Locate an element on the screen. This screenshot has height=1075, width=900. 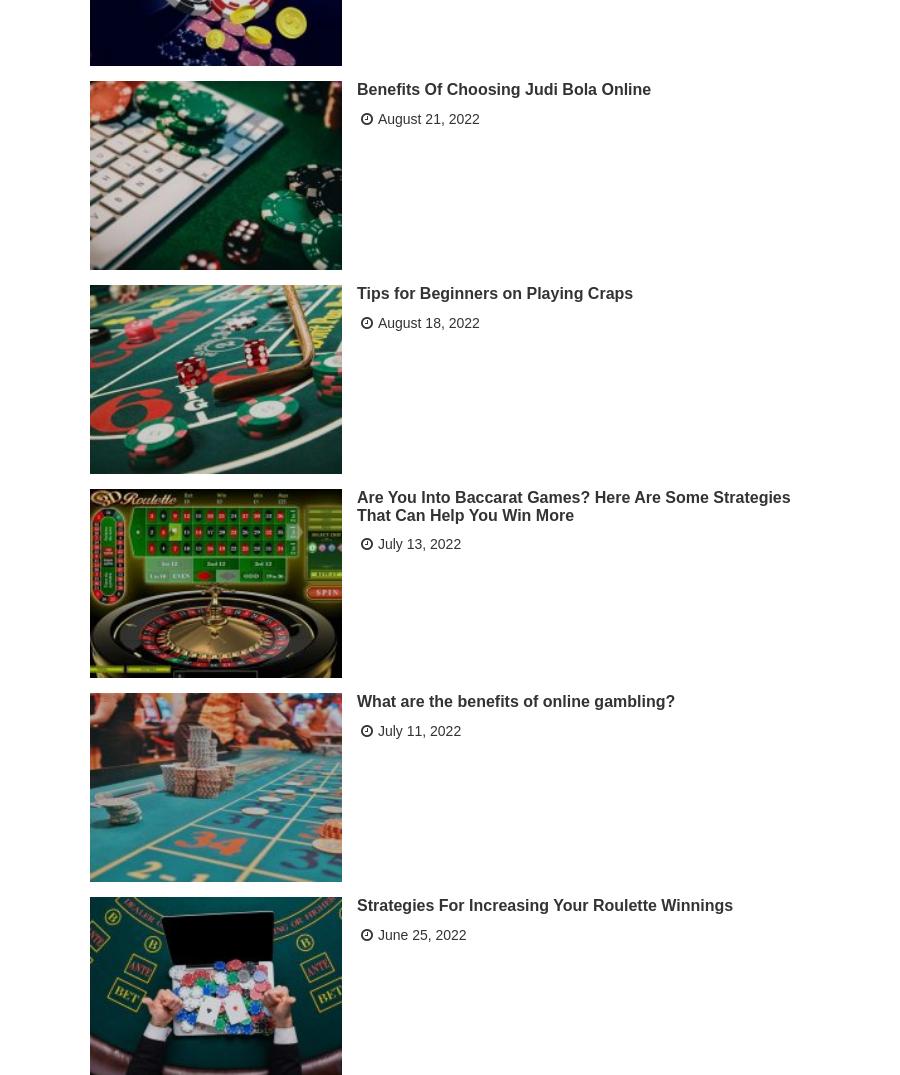
'What are the benefits of online gambling?' is located at coordinates (357, 699).